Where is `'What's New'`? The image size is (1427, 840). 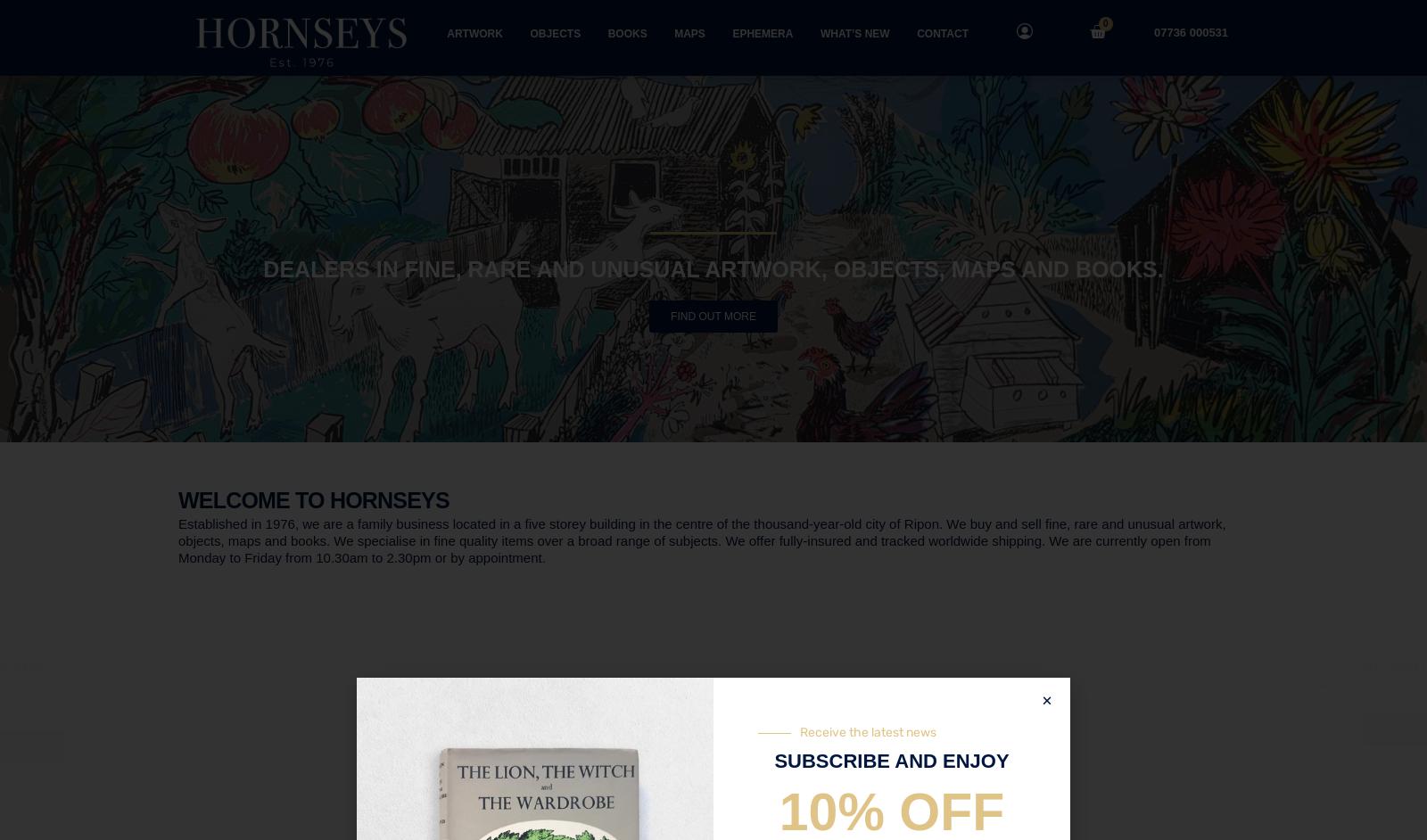
'What's New' is located at coordinates (300, 664).